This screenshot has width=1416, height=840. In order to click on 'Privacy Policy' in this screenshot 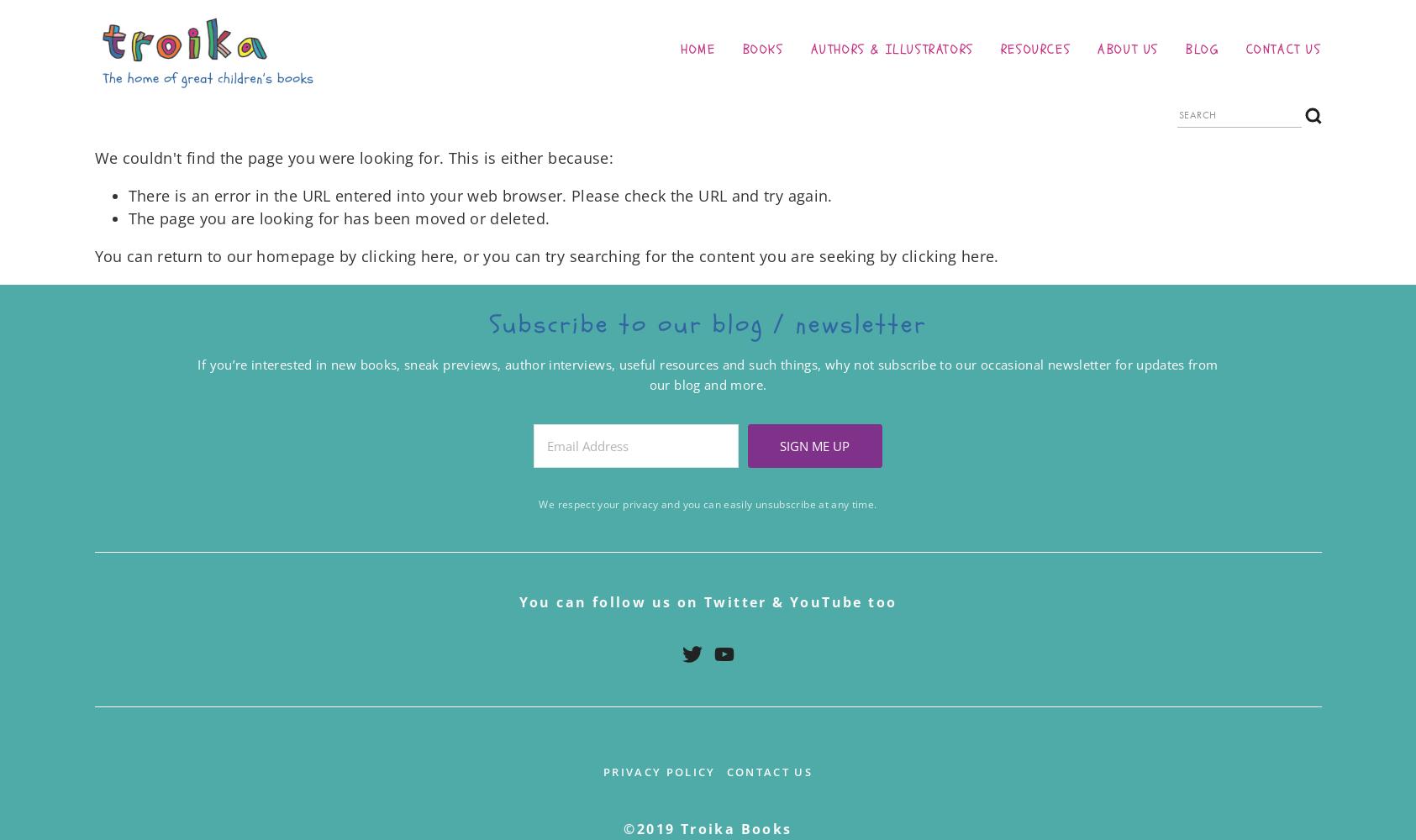, I will do `click(601, 771)`.